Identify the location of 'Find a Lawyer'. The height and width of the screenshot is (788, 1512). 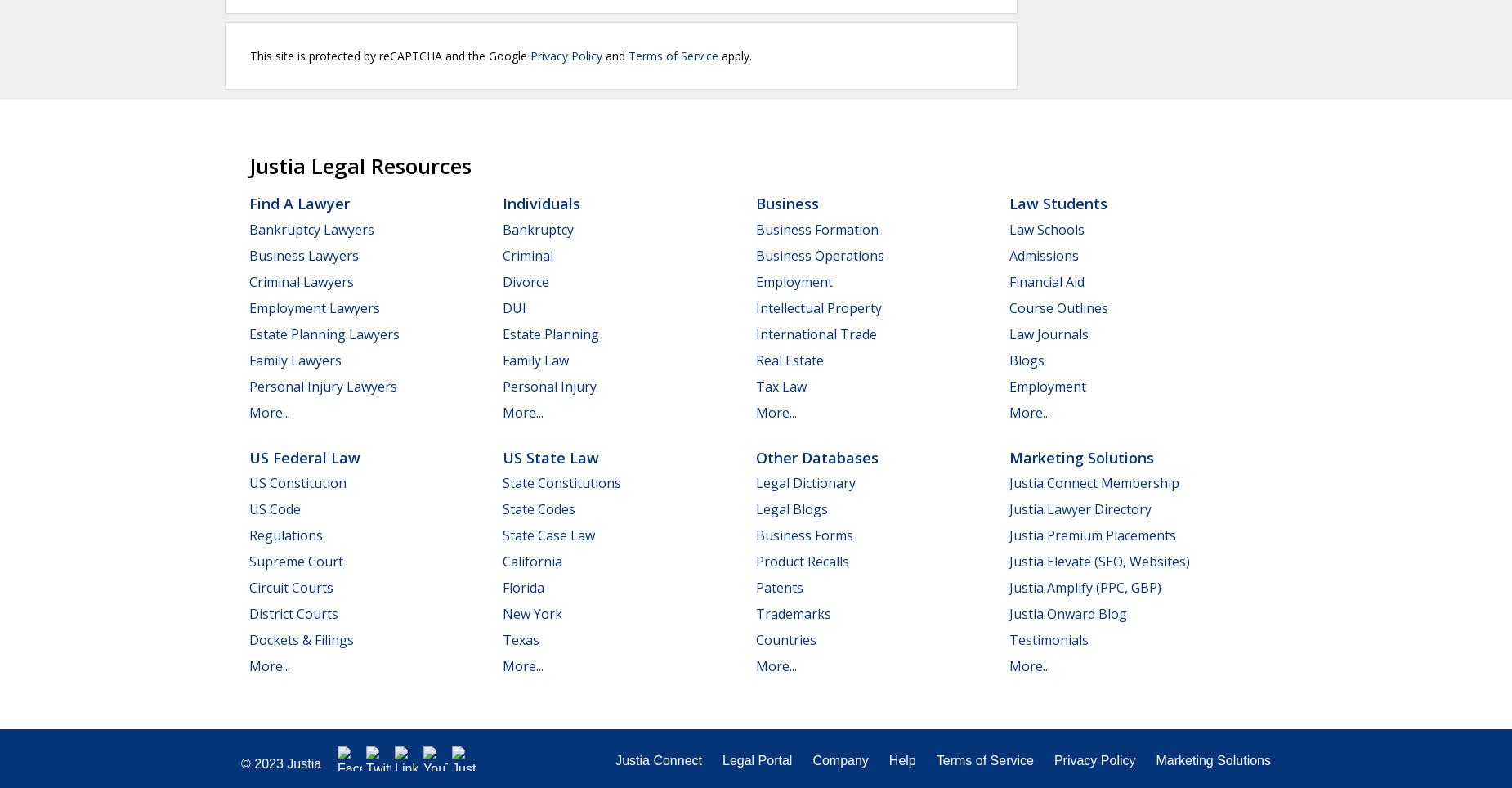
(298, 203).